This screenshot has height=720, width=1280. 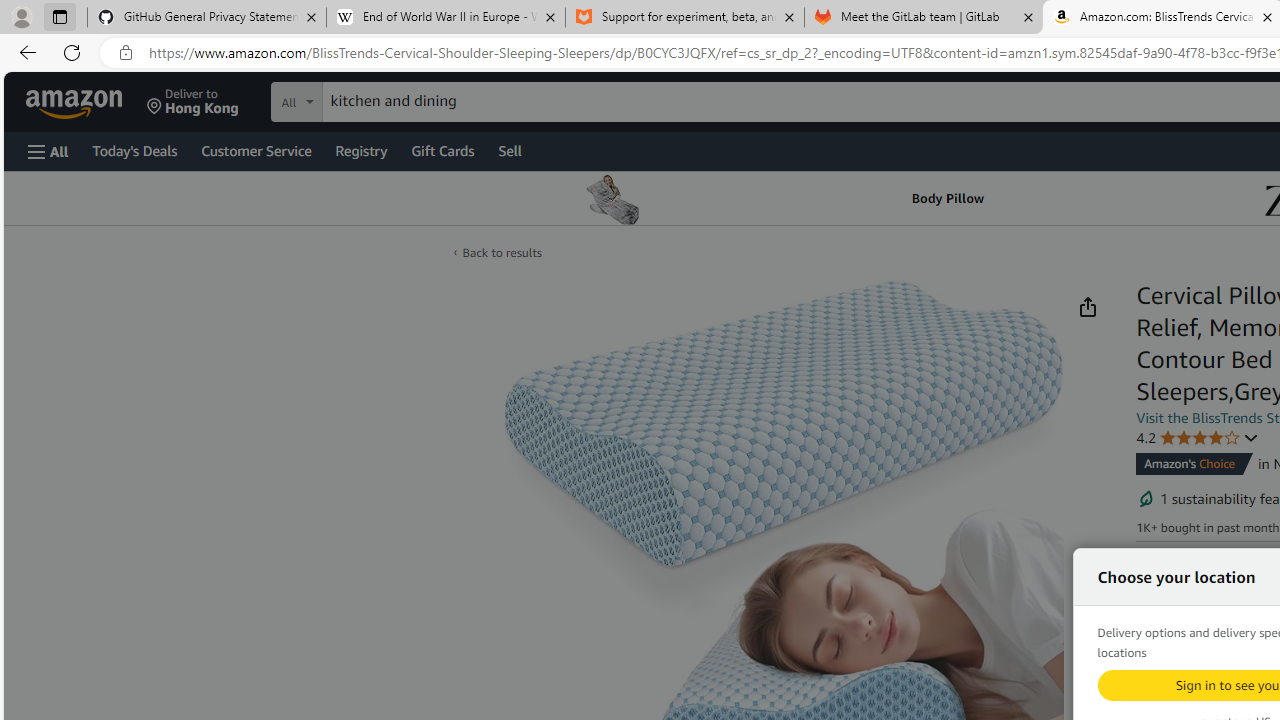 I want to click on 'Skip to main content', so click(x=86, y=100).